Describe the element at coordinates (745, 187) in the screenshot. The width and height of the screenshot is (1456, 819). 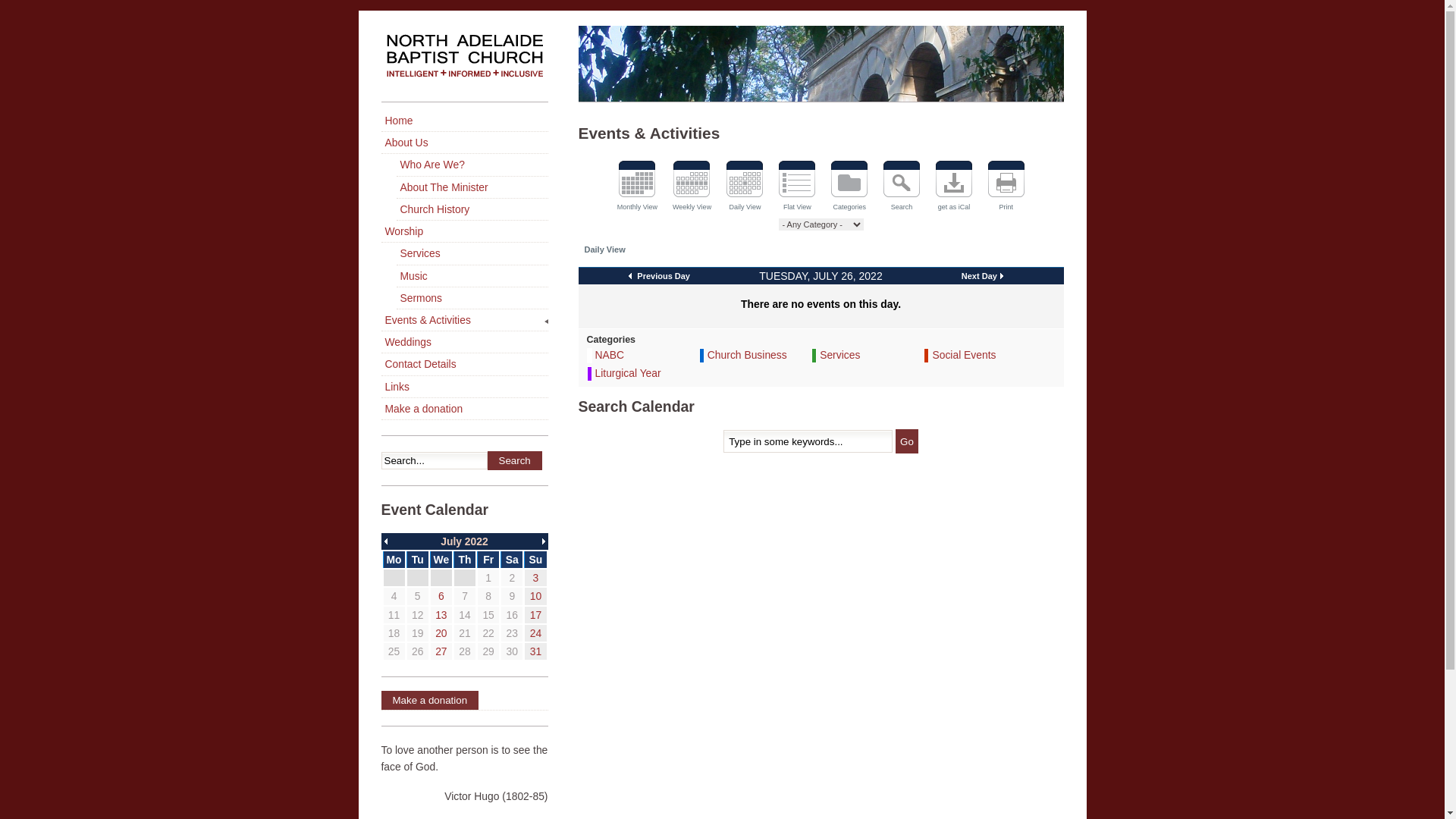
I see `'Daily View'` at that location.